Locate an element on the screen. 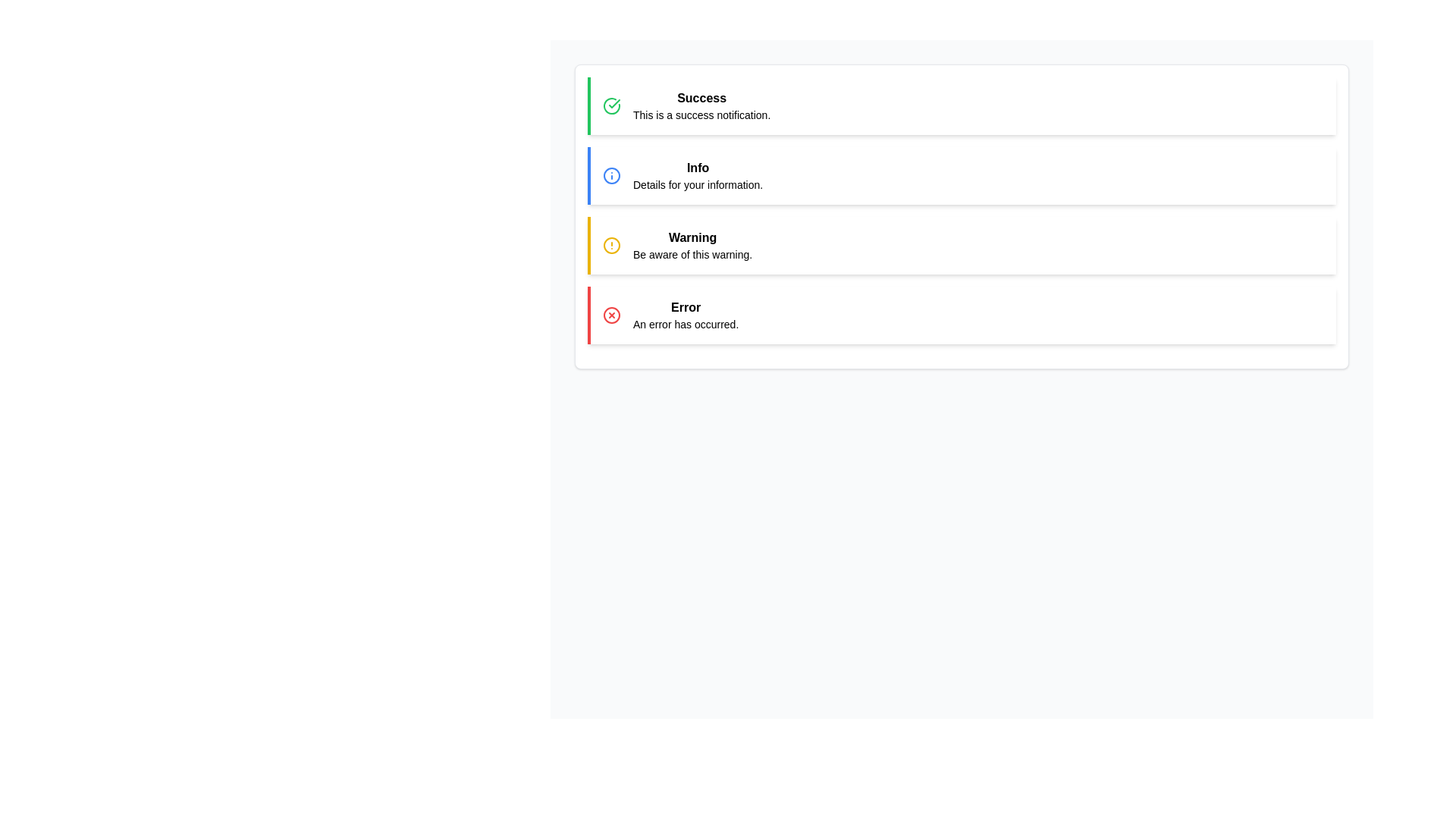 This screenshot has width=1456, height=819. the 'Warning' text block, which is styled with bold font and prominently displayed within a notification card, positioned above the text 'Be aware of this warning.' is located at coordinates (692, 237).